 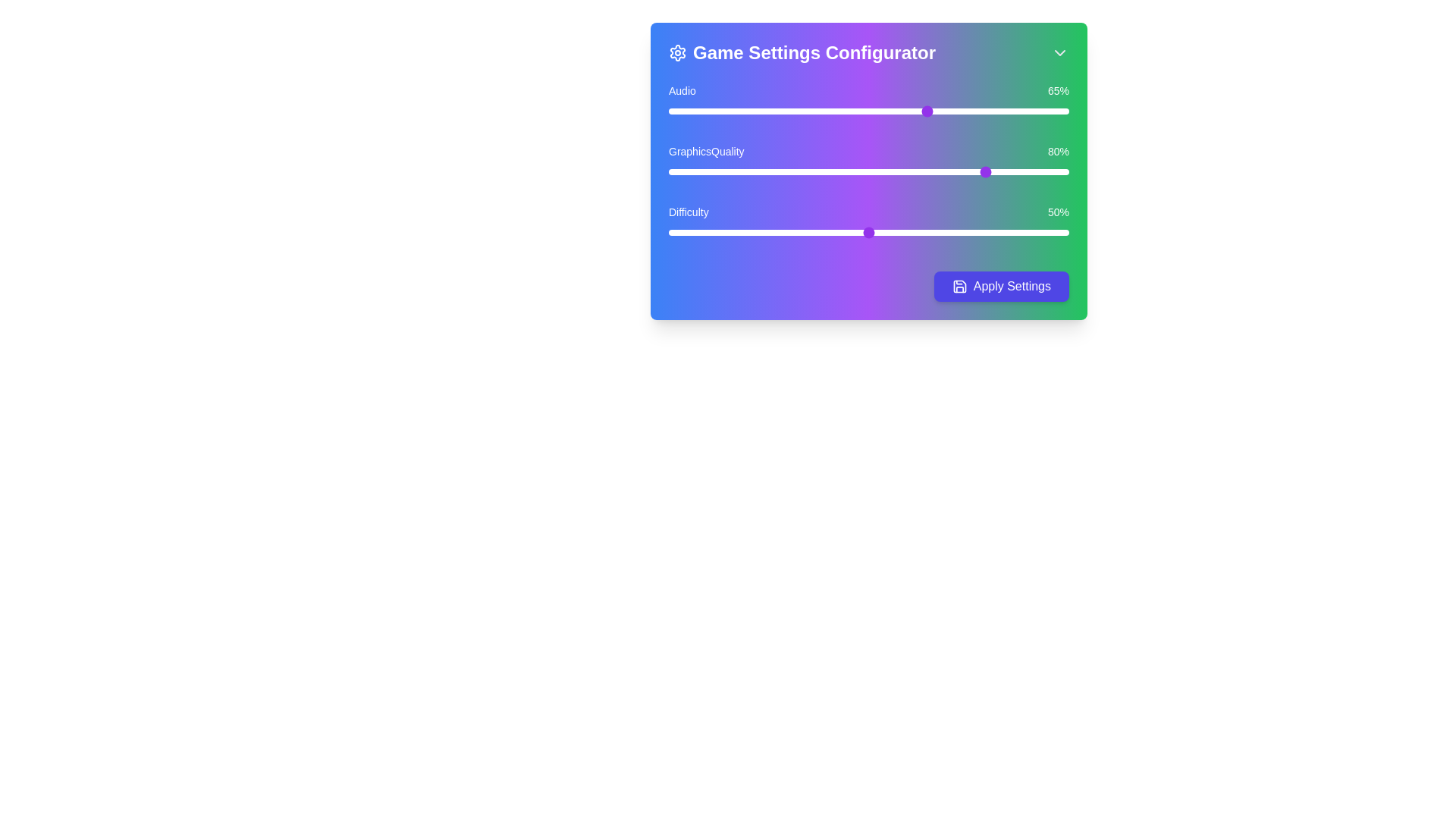 I want to click on the dropdown or collapse action button located in the upper-right corner of the 'Game Settings Configurator' to provide visual feedback, so click(x=1059, y=52).